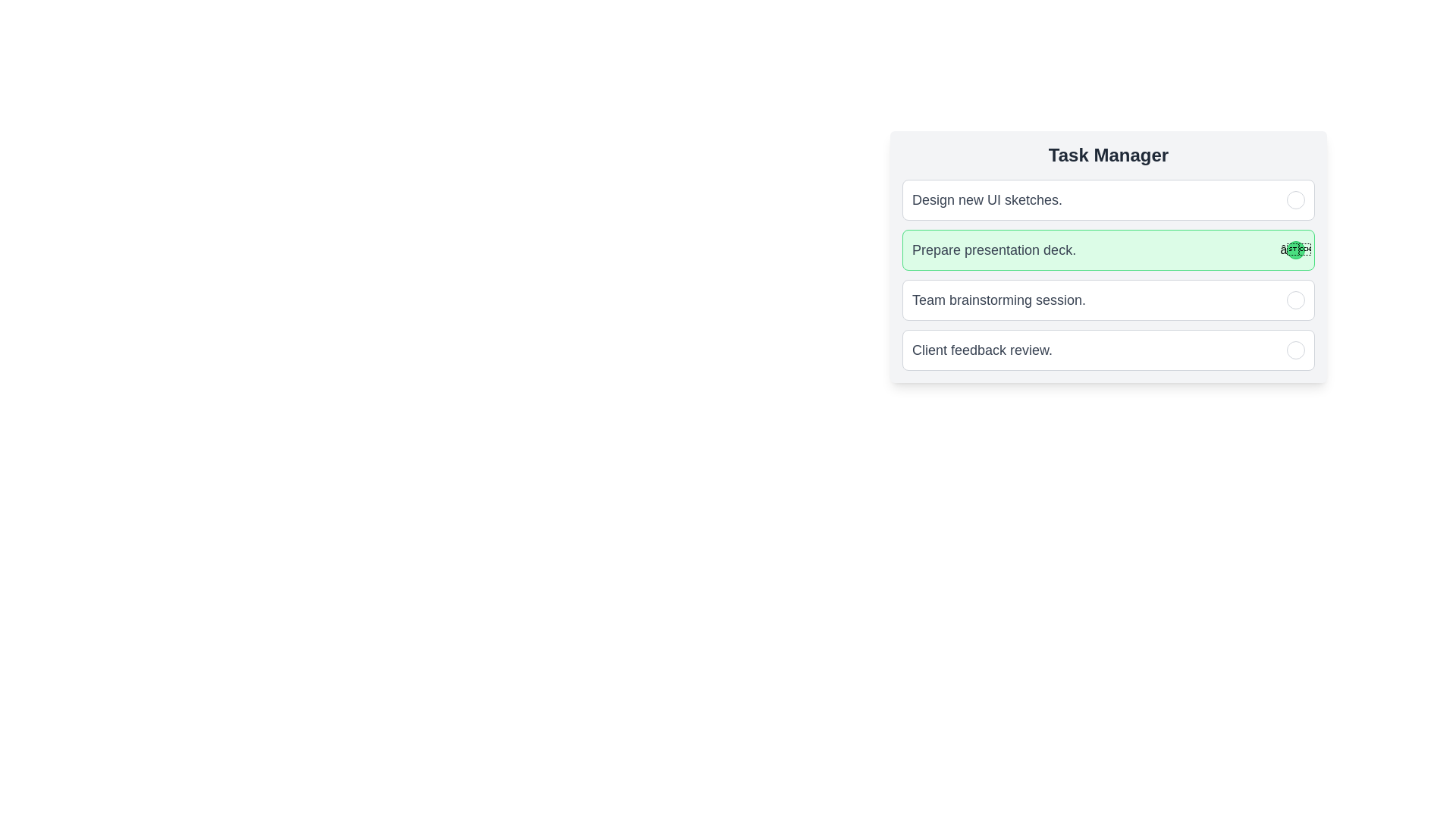  Describe the element at coordinates (999, 300) in the screenshot. I see `the text label reading 'Team brainstorming session.' in the Task Manager interface for information` at that location.